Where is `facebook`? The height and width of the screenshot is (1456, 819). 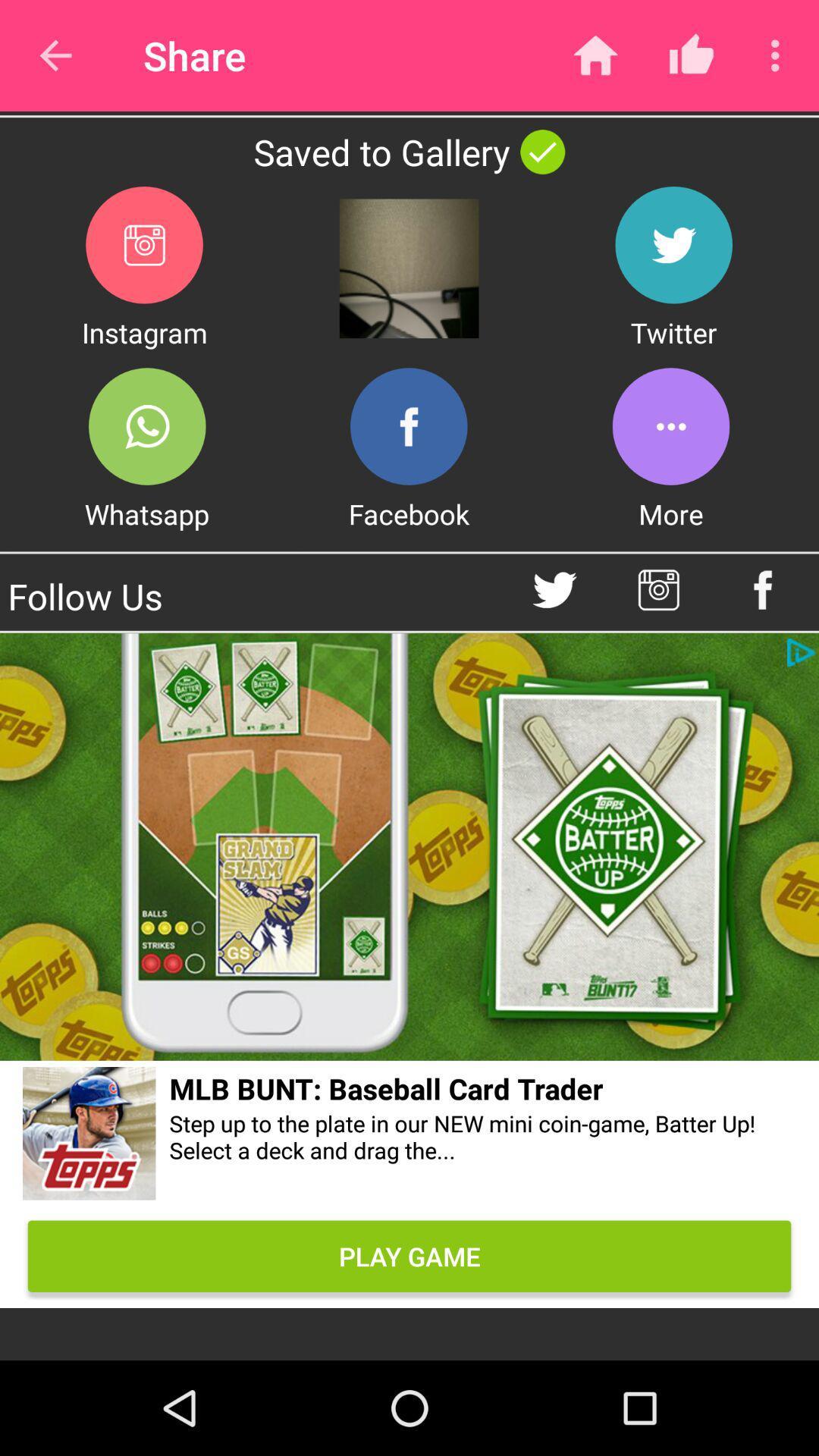
facebook is located at coordinates (408, 425).